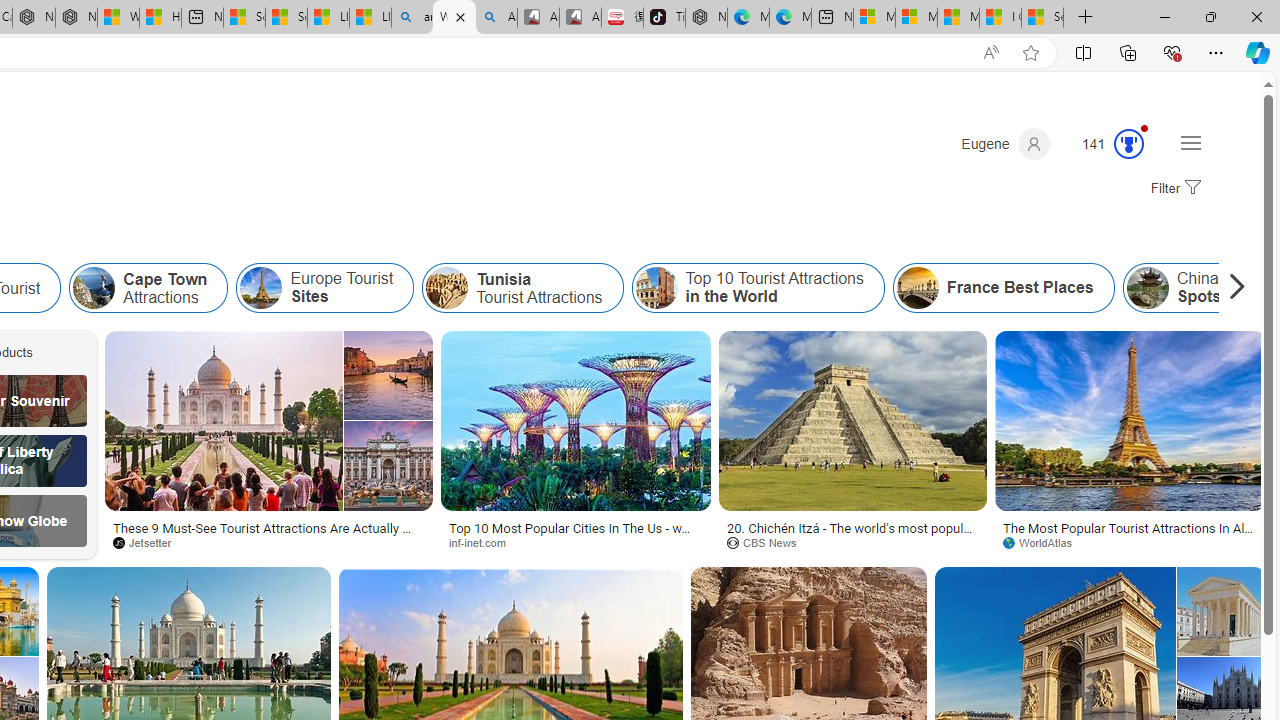 The height and width of the screenshot is (720, 1280). I want to click on 'Filter', so click(1173, 189).